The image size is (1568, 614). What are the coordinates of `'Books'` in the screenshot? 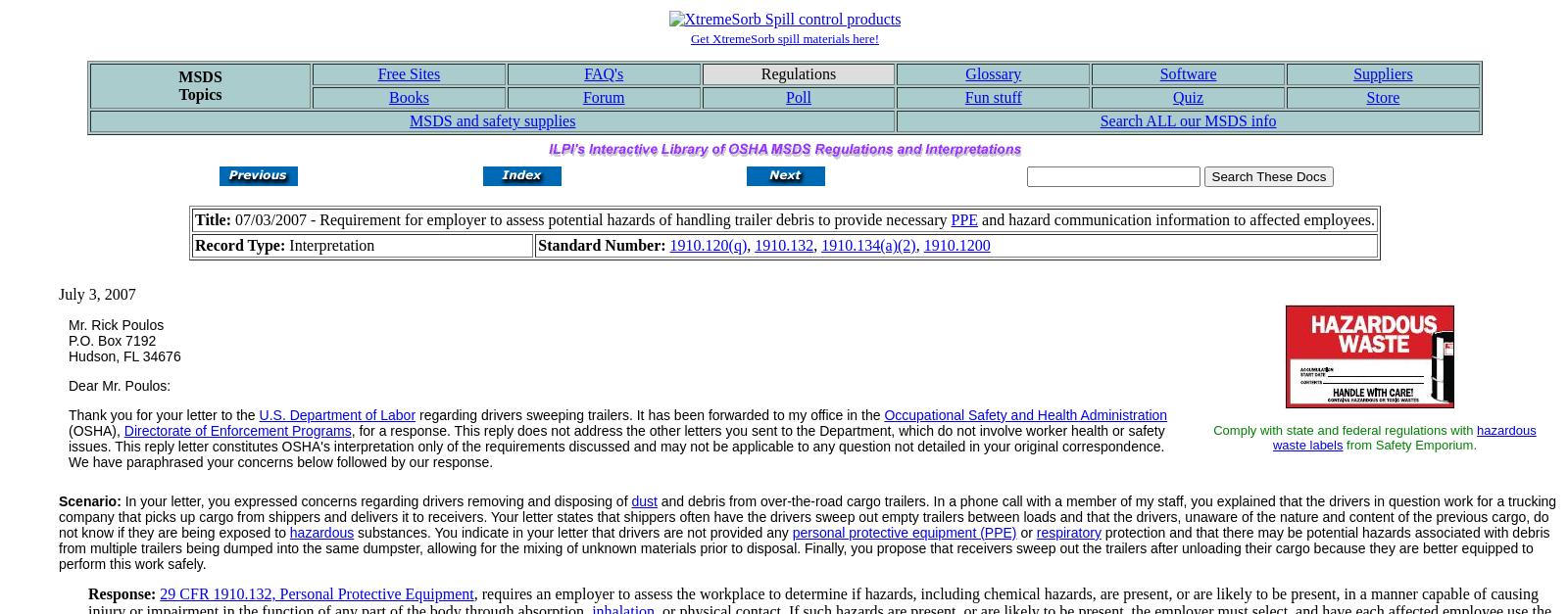 It's located at (388, 97).